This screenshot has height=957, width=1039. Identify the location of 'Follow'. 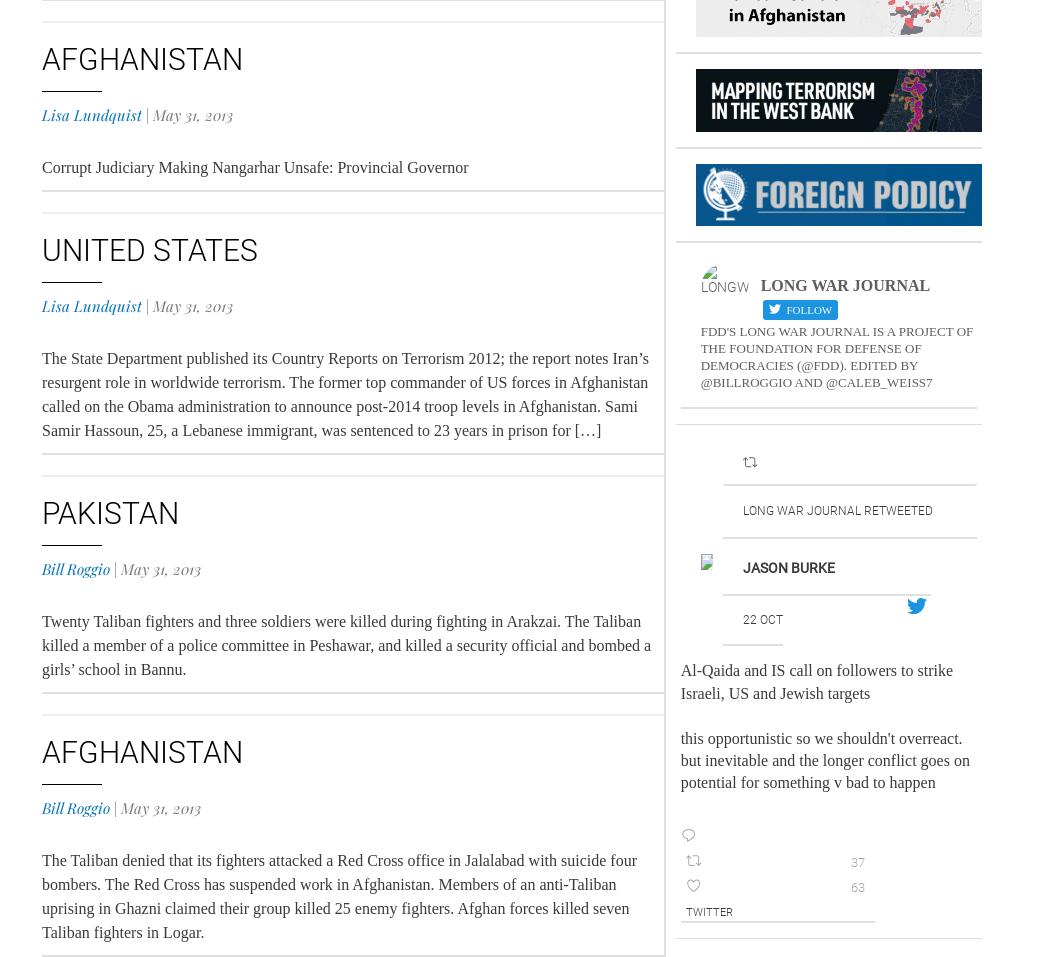
(806, 309).